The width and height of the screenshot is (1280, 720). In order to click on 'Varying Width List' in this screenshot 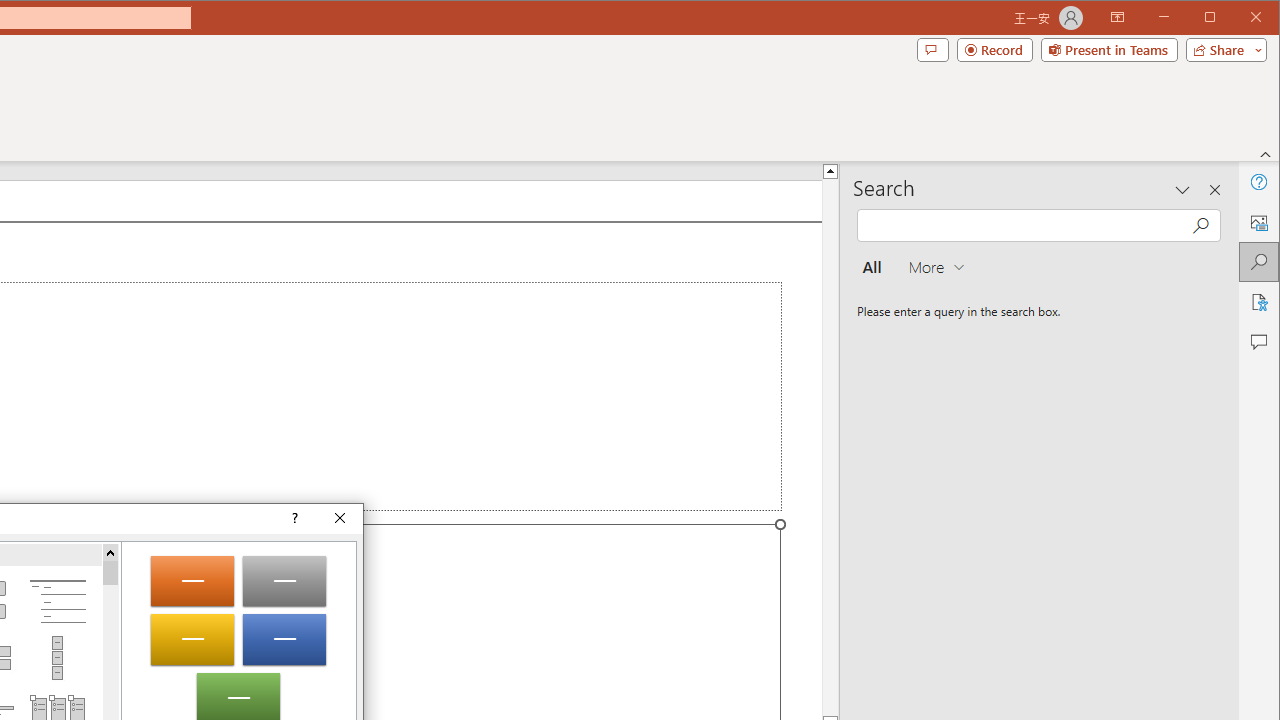, I will do `click(57, 658)`.